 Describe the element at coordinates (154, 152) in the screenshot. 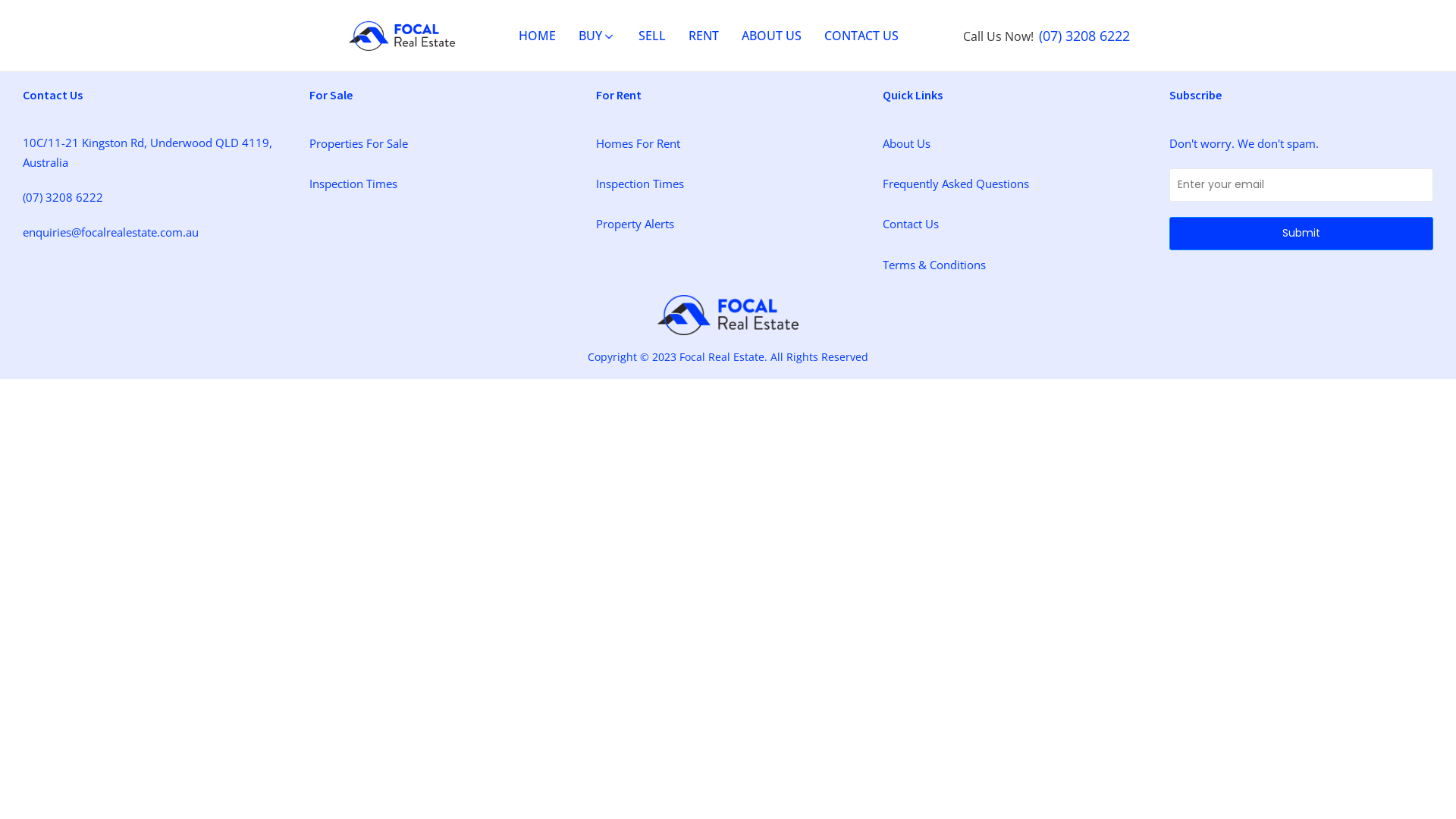

I see `'10C/11-21 Kingston Rd, Underwood QLD 4119, Australia'` at that location.